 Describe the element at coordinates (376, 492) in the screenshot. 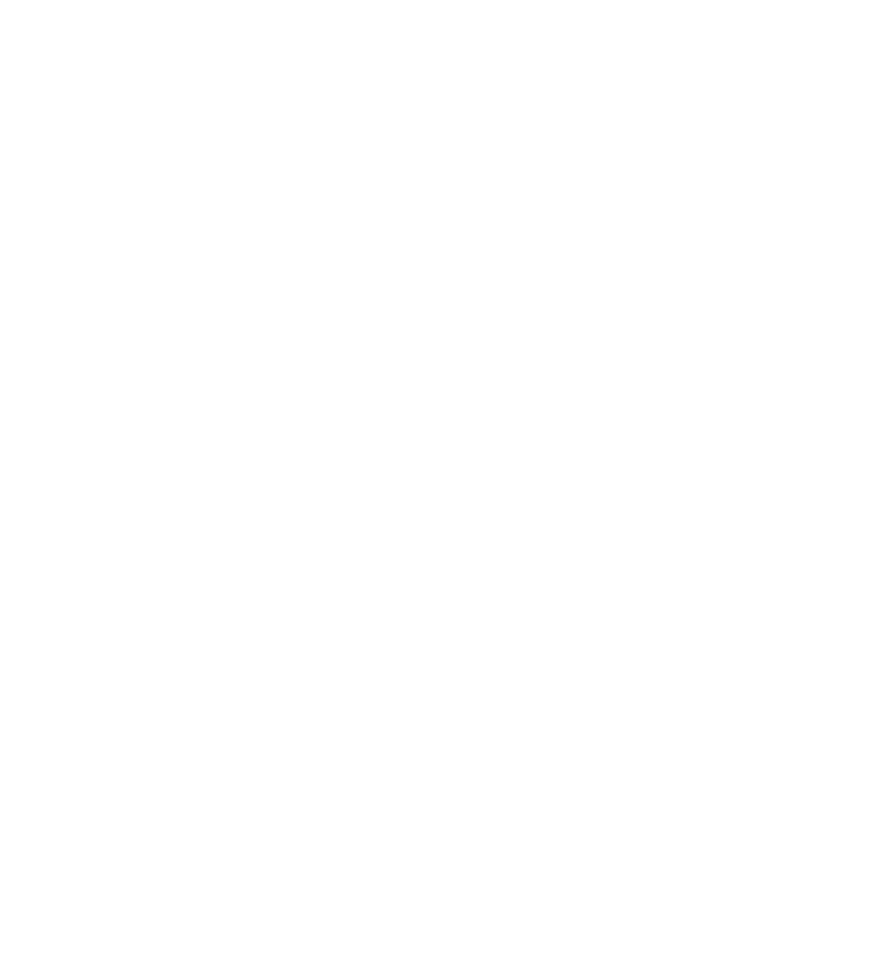

I see `'Auralex Debuts EcoPrint Custom-Printed Acoustical Absorbers'` at that location.